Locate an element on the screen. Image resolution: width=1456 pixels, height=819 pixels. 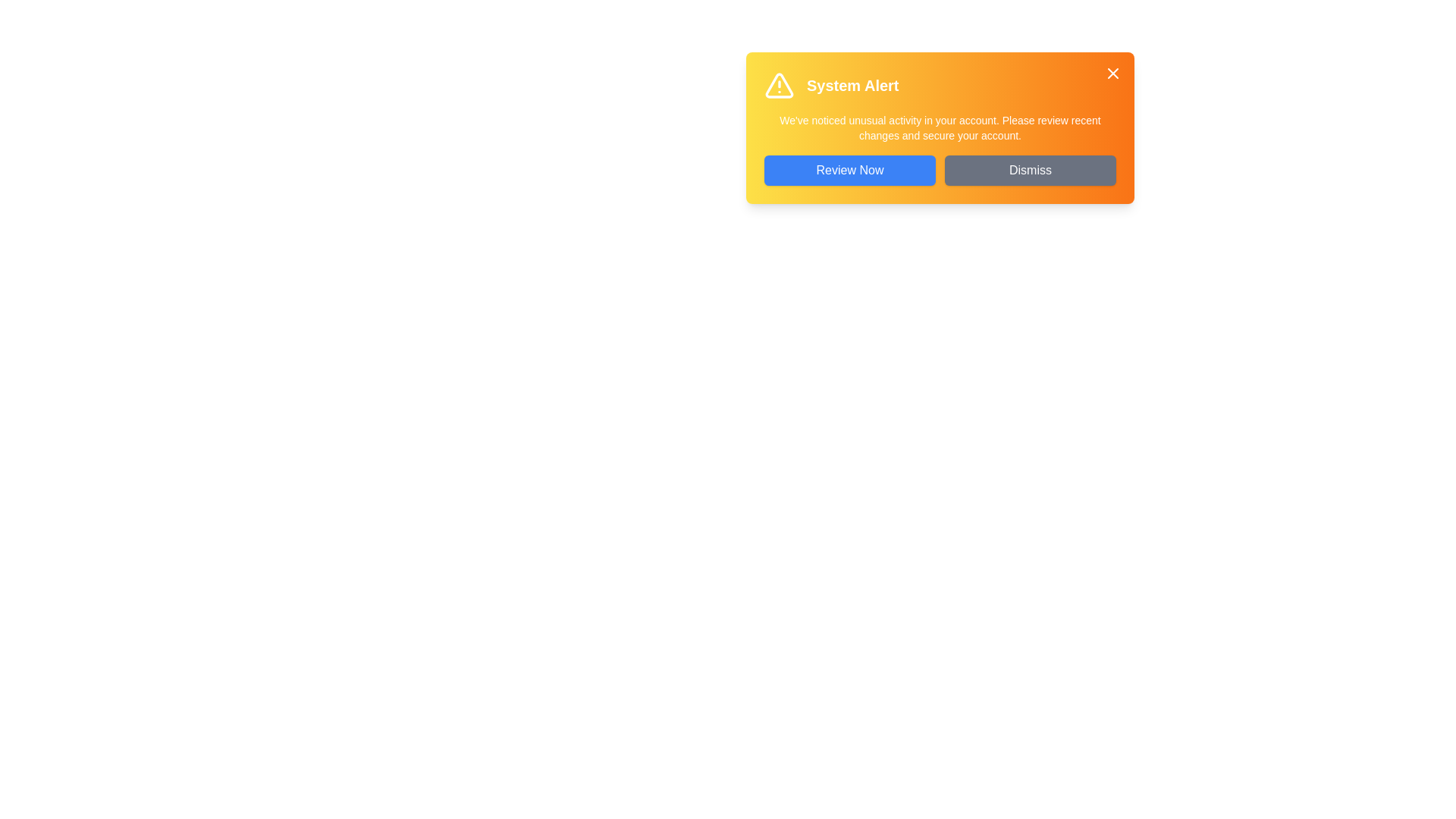
the 'Review Now' button to proceed with account review is located at coordinates (850, 170).